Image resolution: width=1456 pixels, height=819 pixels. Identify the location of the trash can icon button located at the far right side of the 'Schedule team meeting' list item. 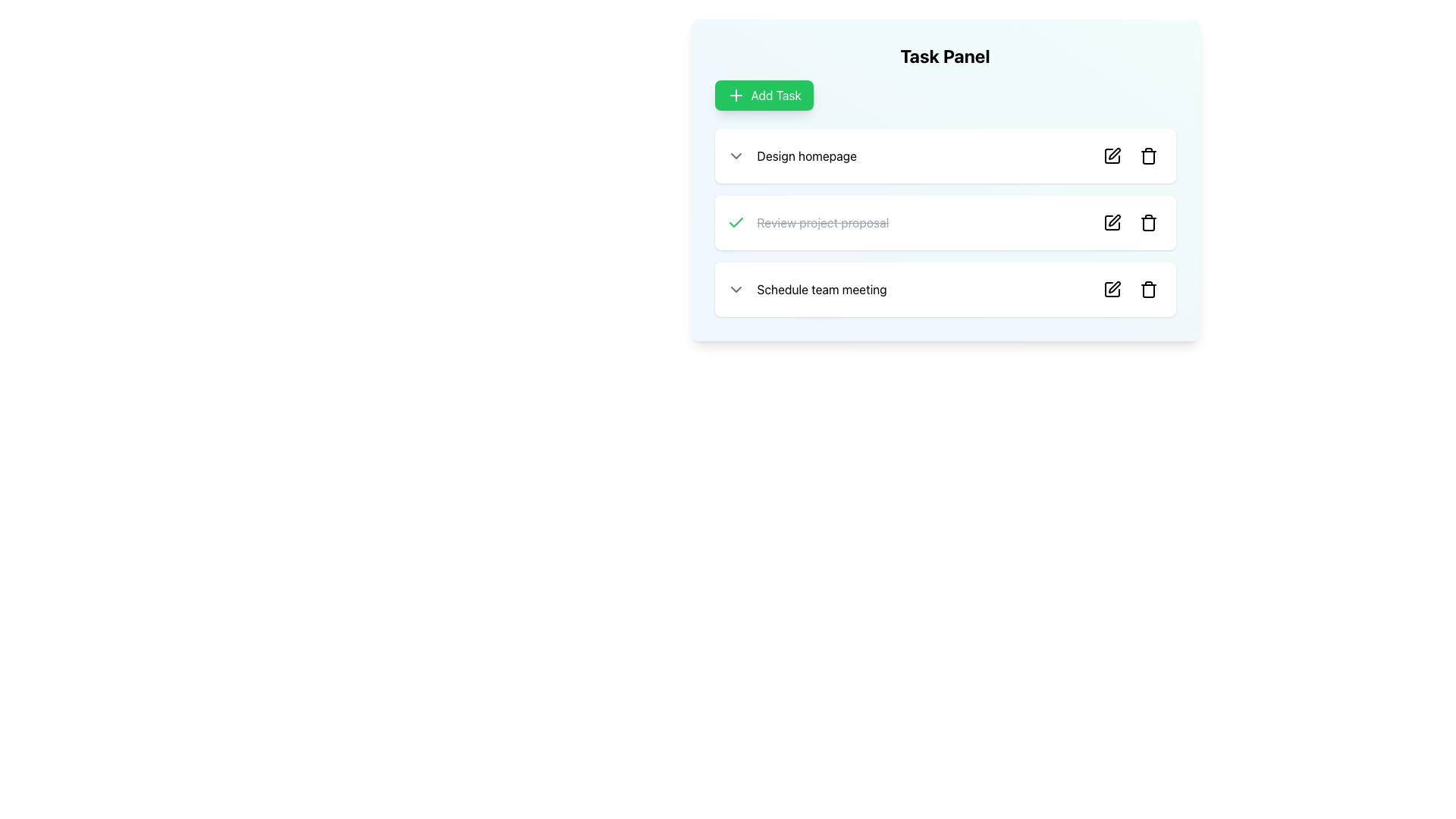
(1148, 289).